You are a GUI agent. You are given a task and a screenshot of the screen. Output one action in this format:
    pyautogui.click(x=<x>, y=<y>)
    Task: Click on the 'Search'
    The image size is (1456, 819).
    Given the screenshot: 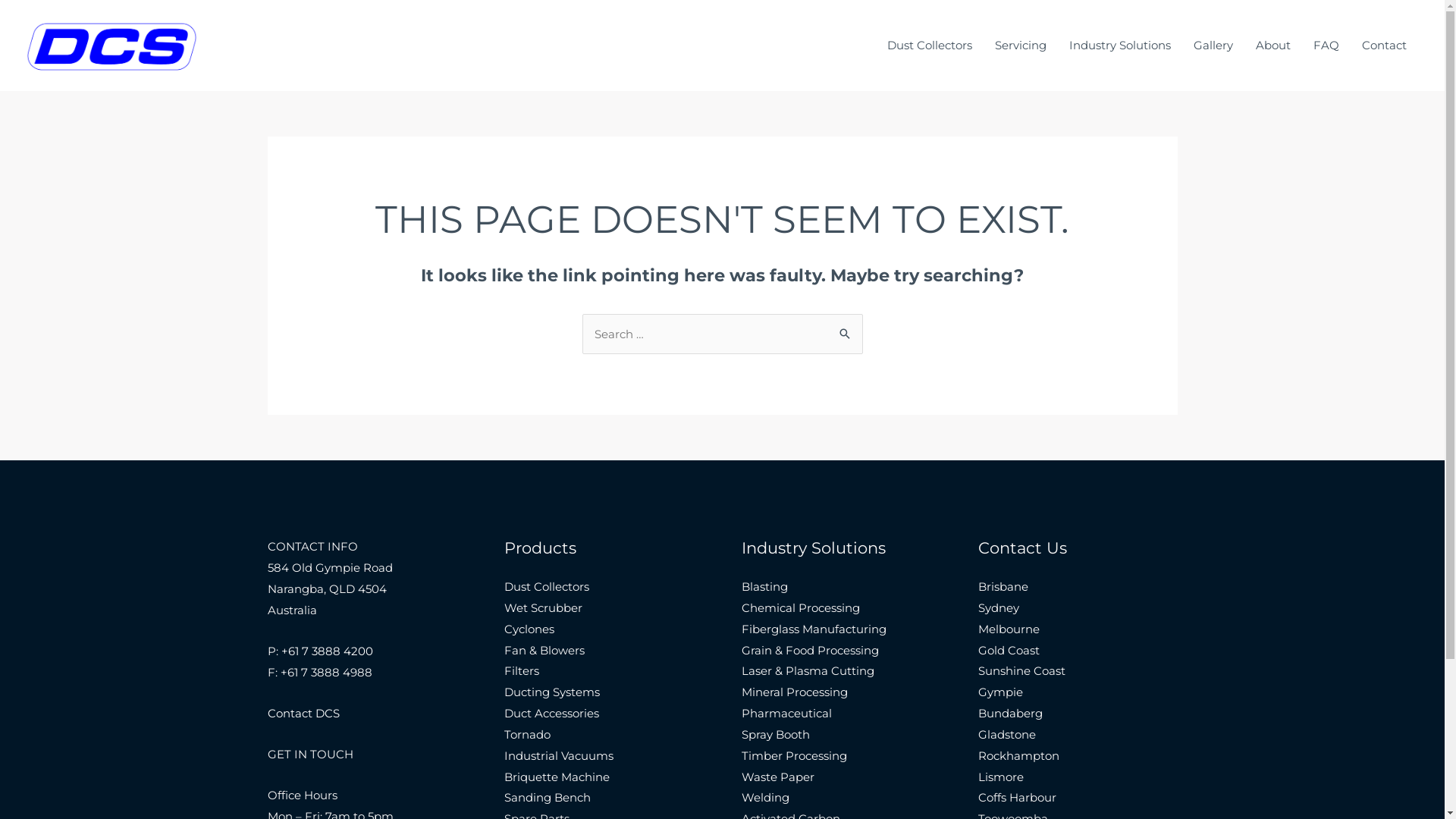 What is the action you would take?
    pyautogui.click(x=844, y=328)
    